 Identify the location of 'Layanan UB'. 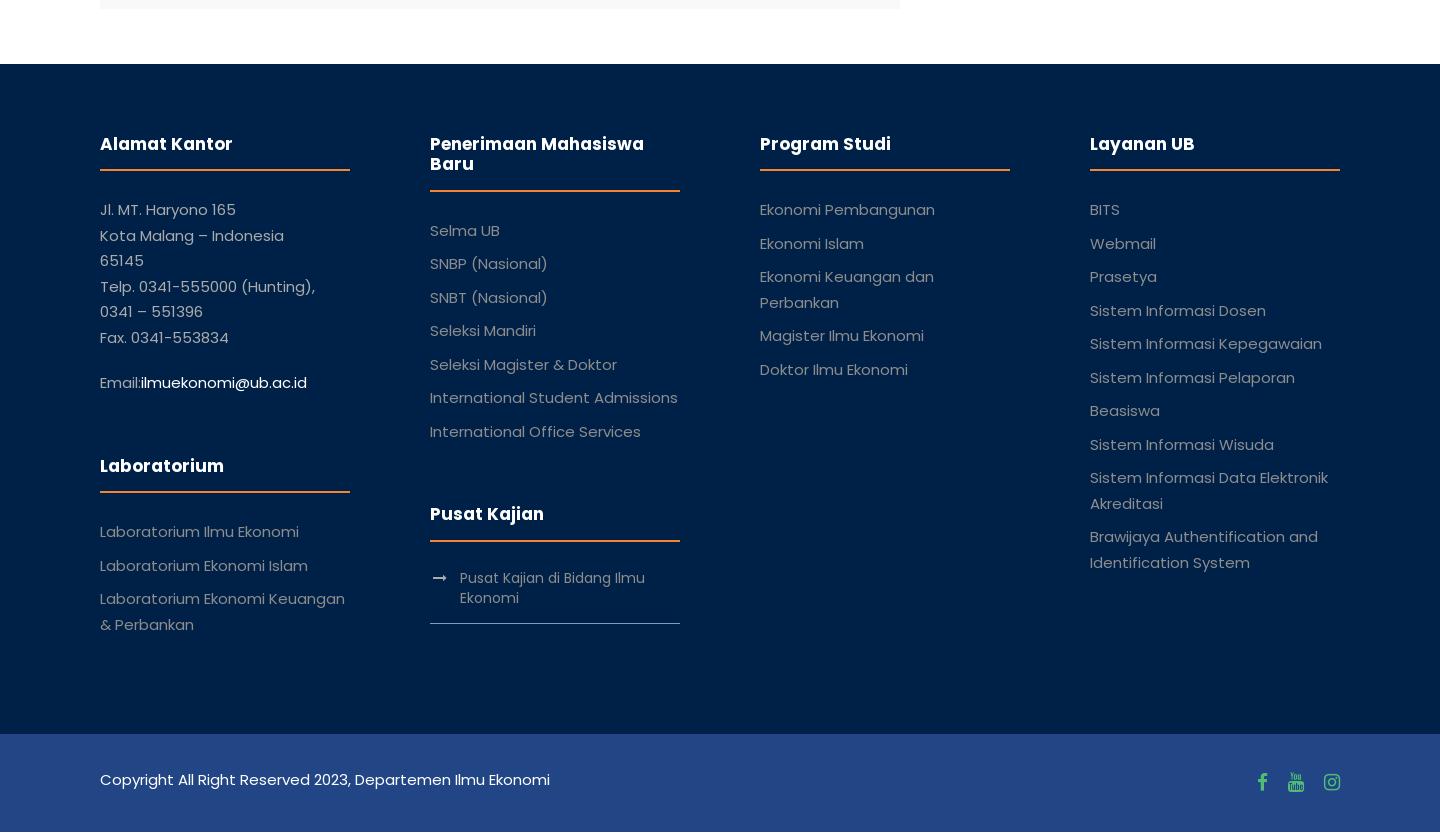
(1142, 143).